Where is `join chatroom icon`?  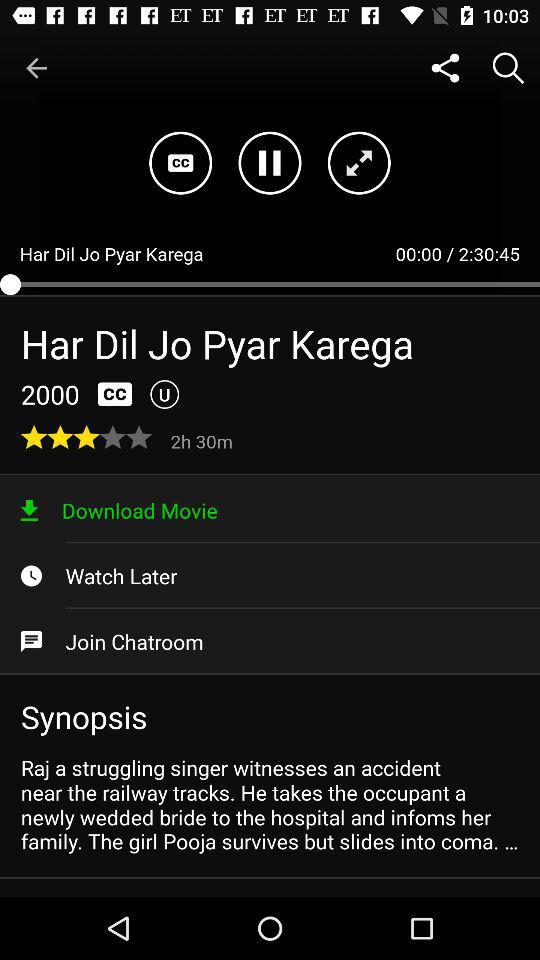
join chatroom icon is located at coordinates (270, 640).